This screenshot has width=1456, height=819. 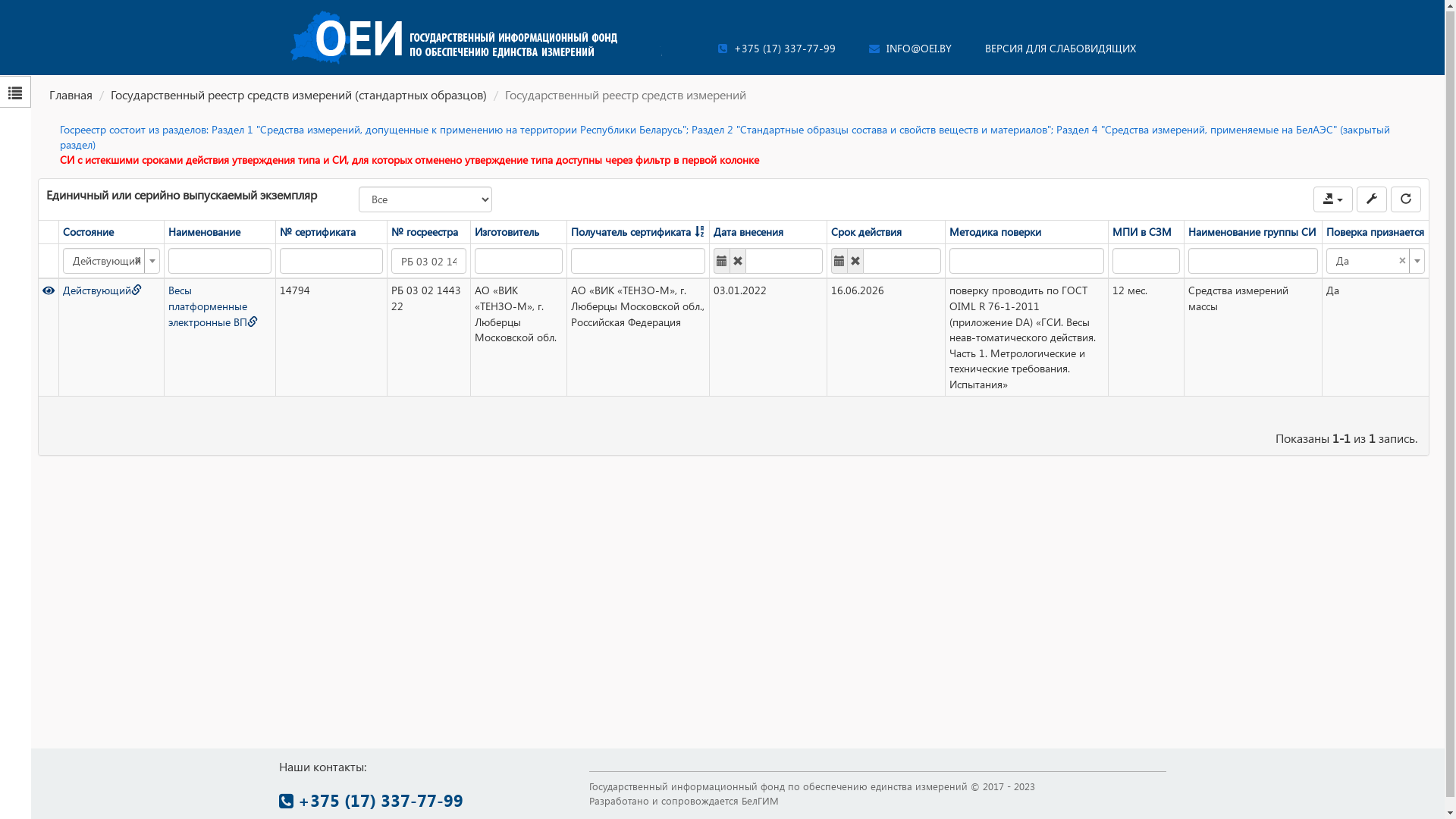 I want to click on 'INFO@OEI.BY', so click(x=869, y=48).